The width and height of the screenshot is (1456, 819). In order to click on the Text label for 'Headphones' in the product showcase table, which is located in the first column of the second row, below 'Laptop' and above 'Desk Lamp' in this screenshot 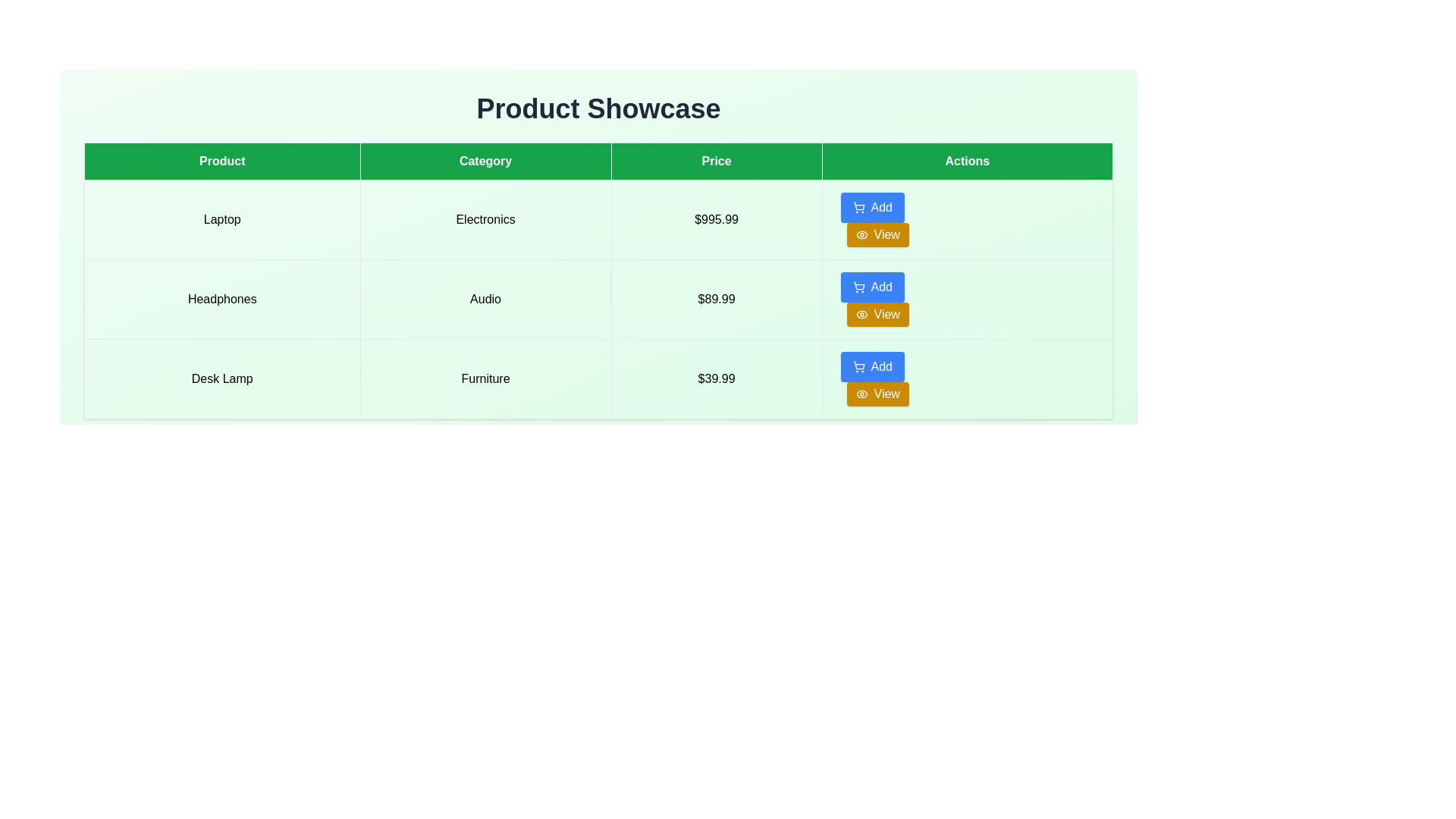, I will do `click(221, 299)`.